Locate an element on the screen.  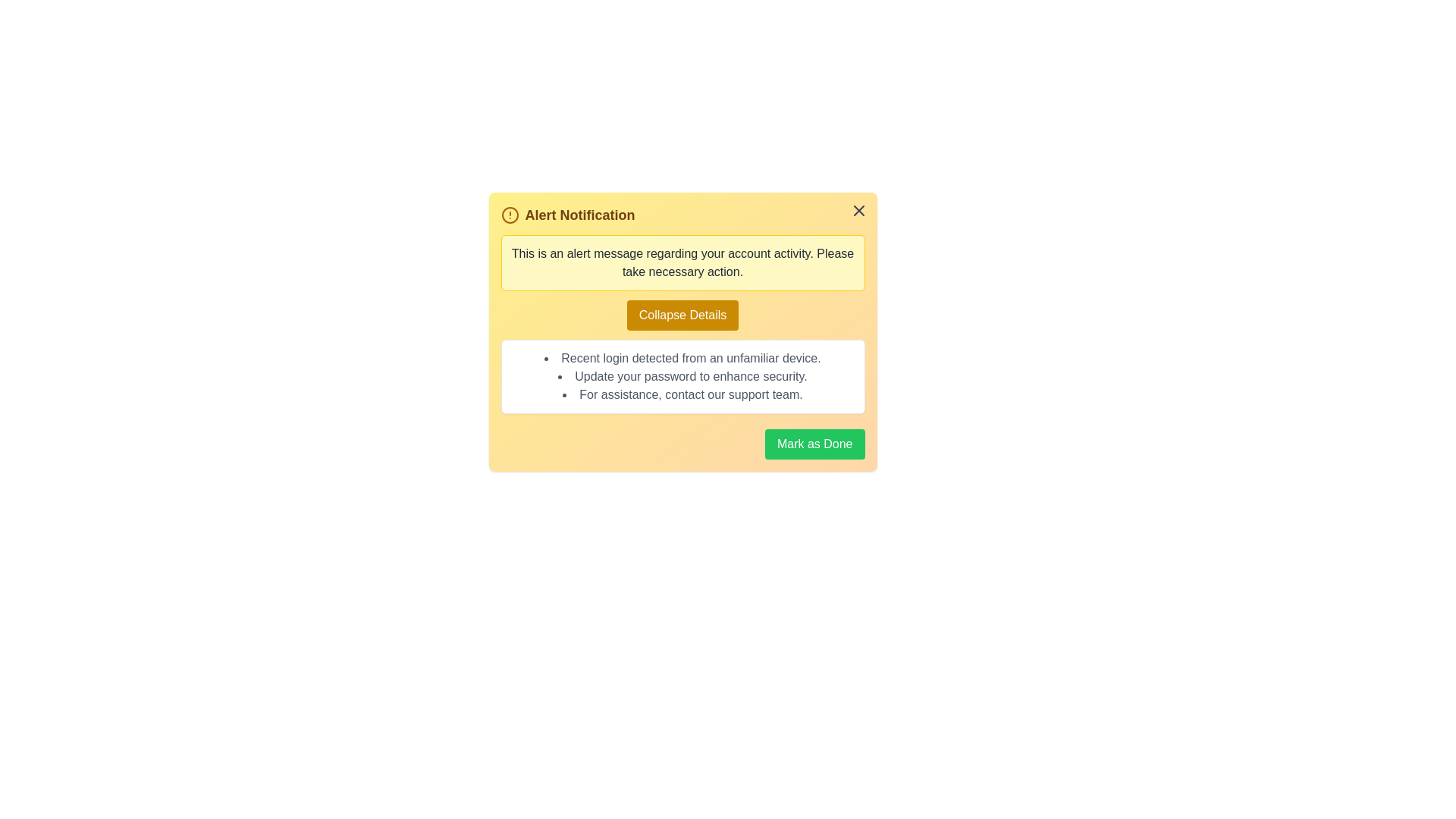
the 'Collapse Details' button to toggle the additional details section is located at coordinates (682, 315).